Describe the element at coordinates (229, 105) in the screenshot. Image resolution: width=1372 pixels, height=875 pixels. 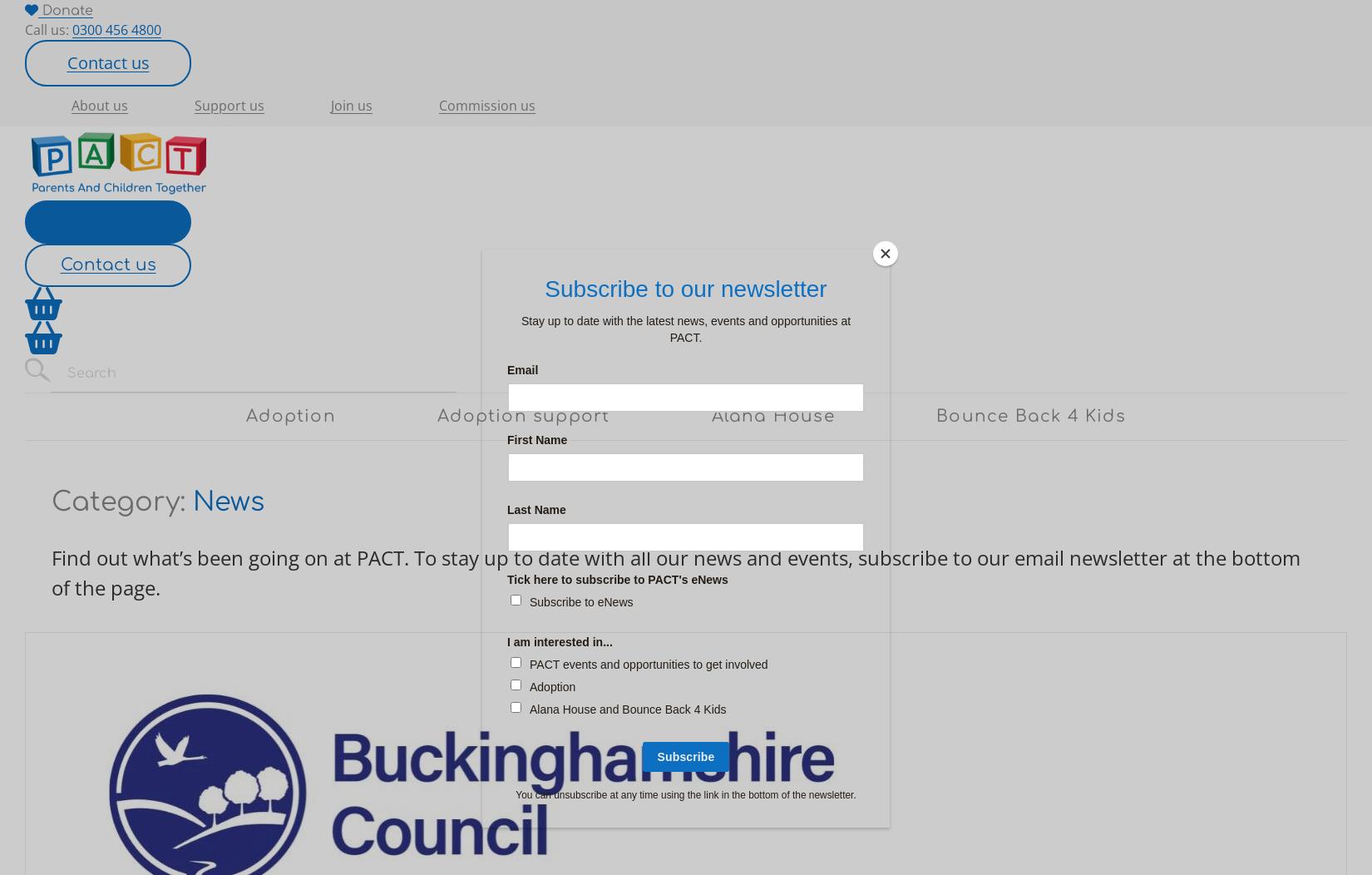
I see `'Support us'` at that location.